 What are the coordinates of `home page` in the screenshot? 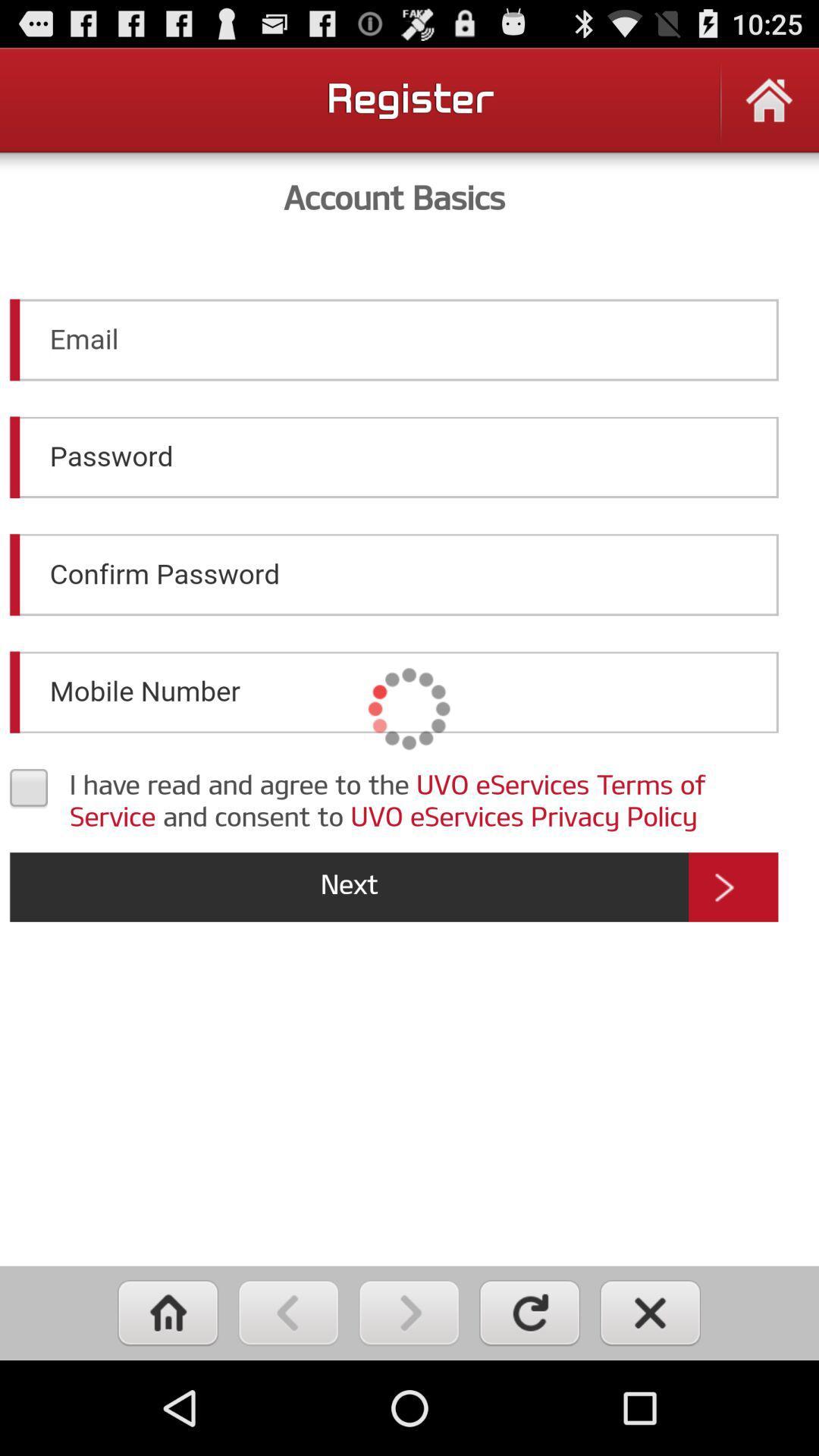 It's located at (168, 1312).